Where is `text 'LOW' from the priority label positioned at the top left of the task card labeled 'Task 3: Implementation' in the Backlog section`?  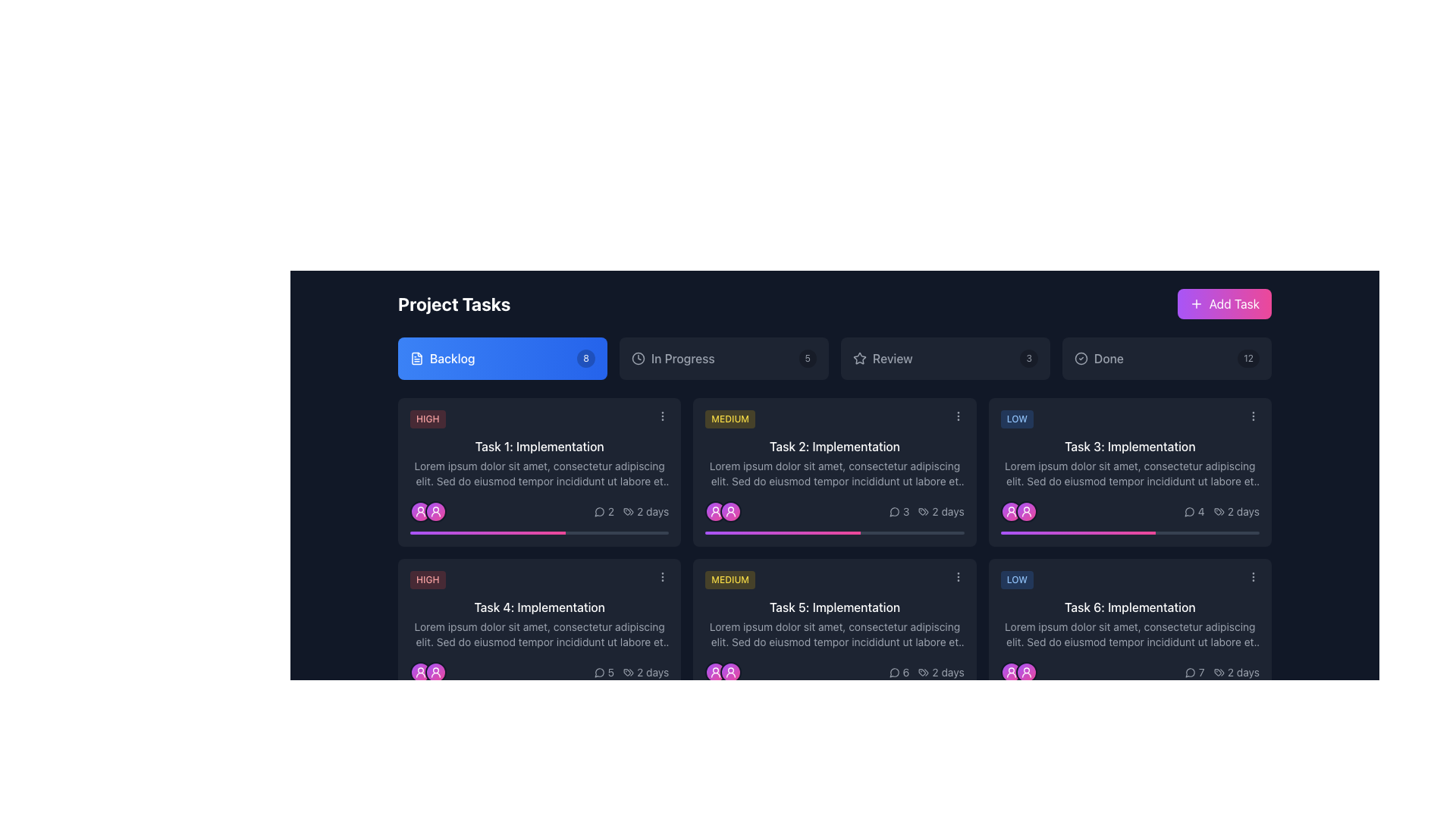
text 'LOW' from the priority label positioned at the top left of the task card labeled 'Task 3: Implementation' in the Backlog section is located at coordinates (1017, 419).